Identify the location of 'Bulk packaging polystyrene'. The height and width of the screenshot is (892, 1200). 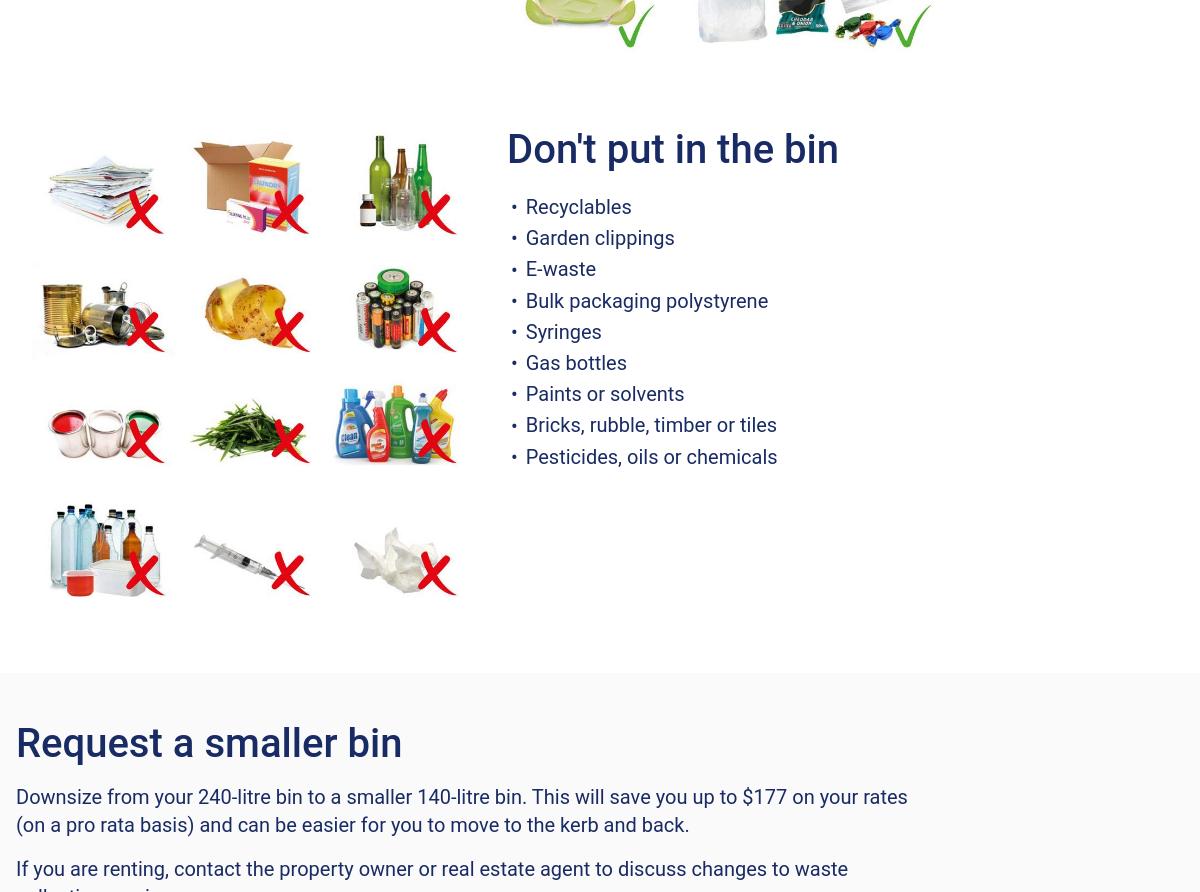
(646, 299).